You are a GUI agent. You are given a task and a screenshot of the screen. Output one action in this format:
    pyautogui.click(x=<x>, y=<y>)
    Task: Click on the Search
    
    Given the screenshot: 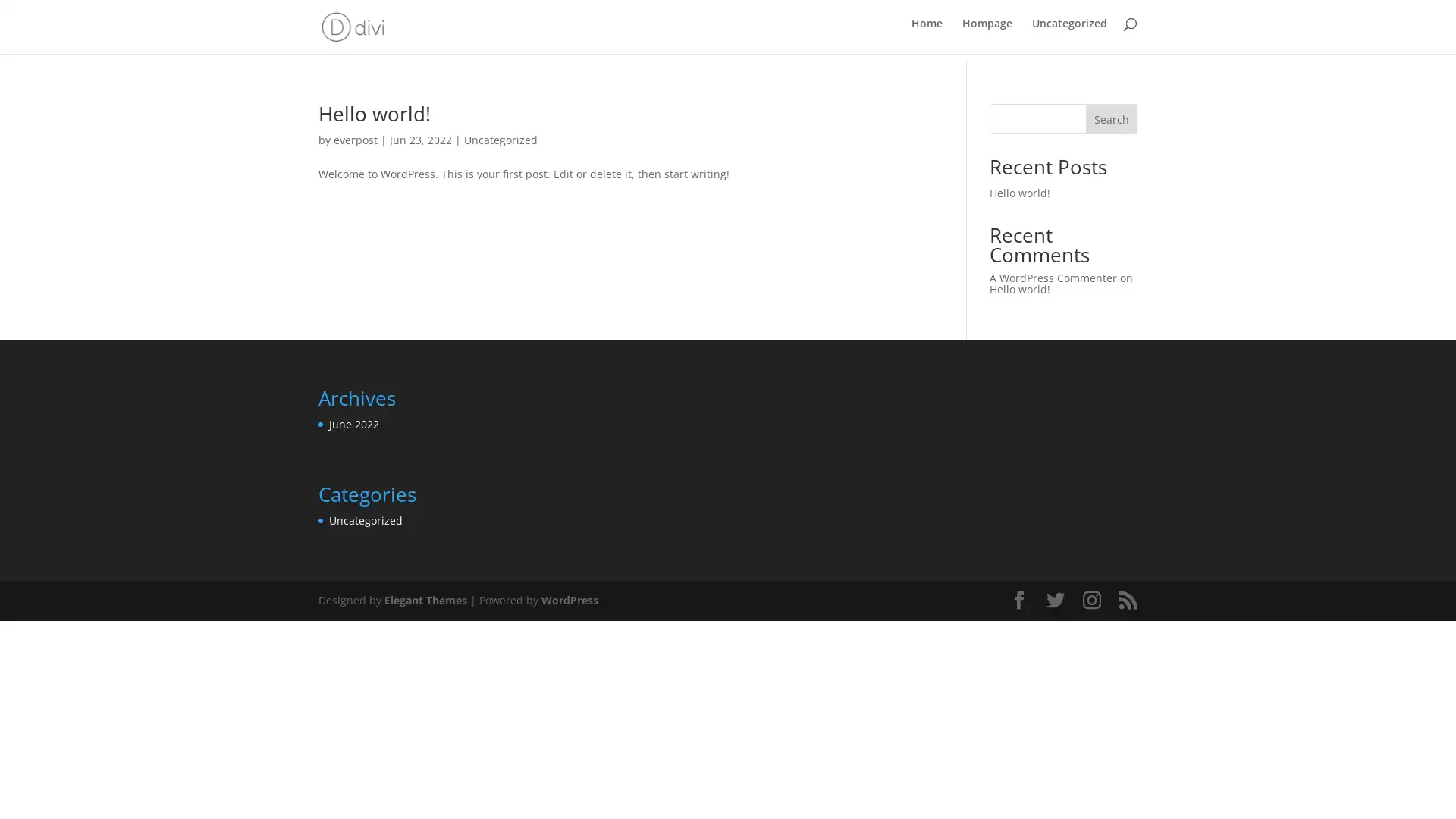 What is the action you would take?
    pyautogui.click(x=1111, y=116)
    